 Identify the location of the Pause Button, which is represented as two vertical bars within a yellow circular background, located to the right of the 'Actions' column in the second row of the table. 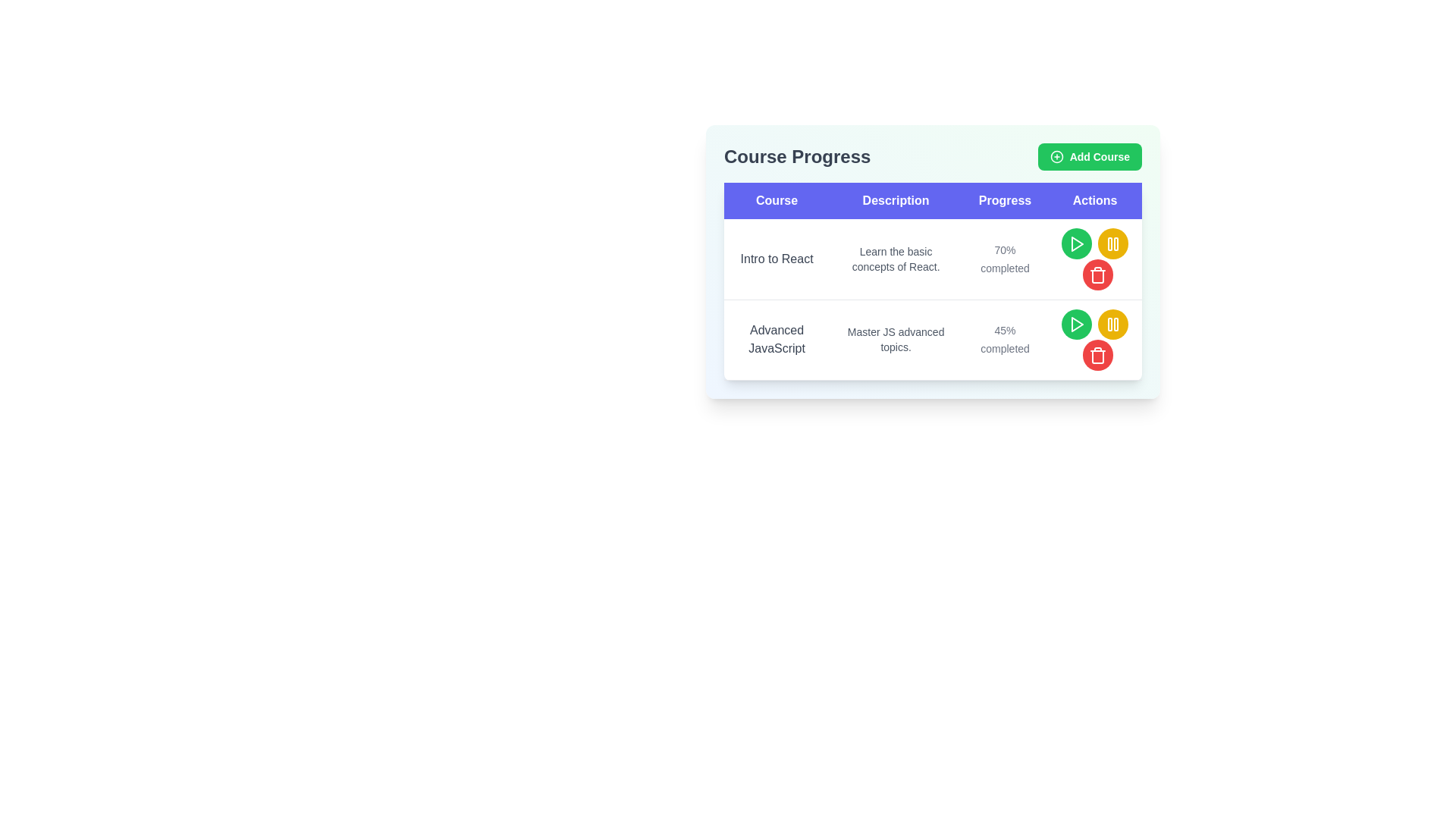
(1113, 243).